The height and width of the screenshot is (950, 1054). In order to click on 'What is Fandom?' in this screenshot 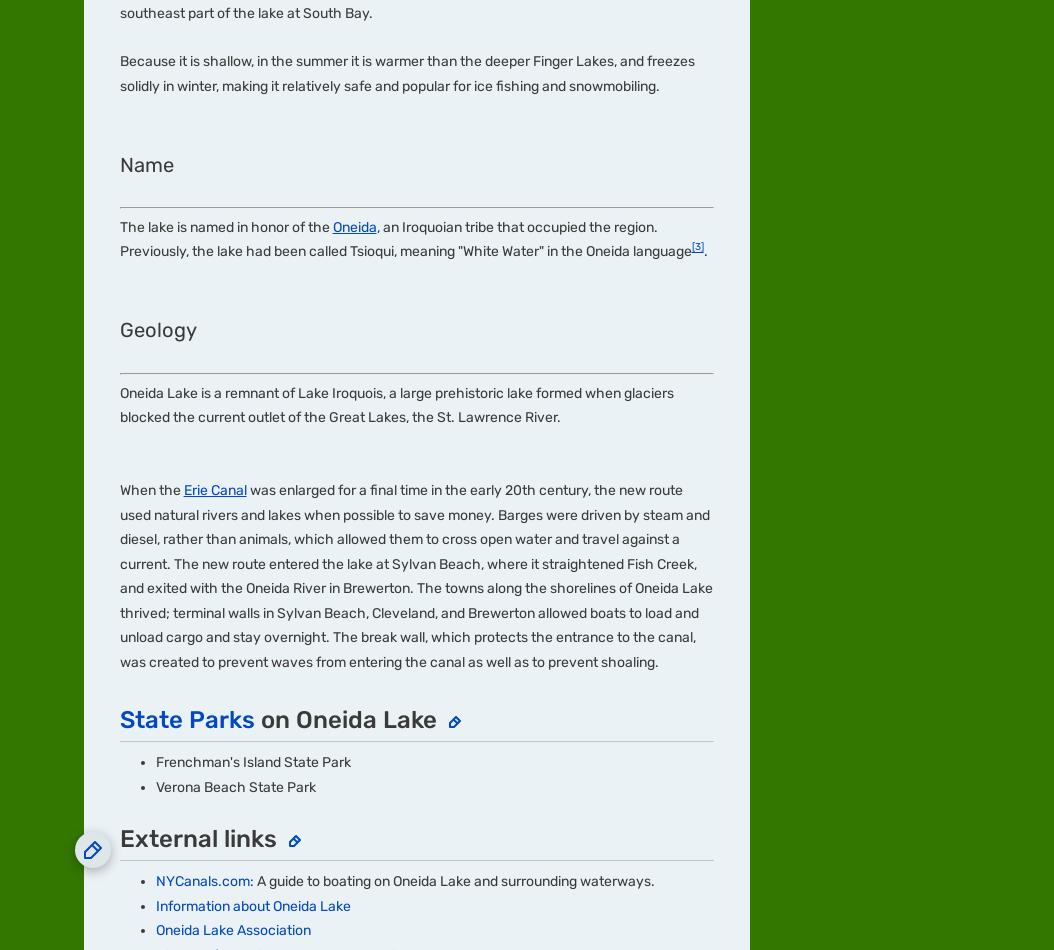, I will do `click(83, 269)`.